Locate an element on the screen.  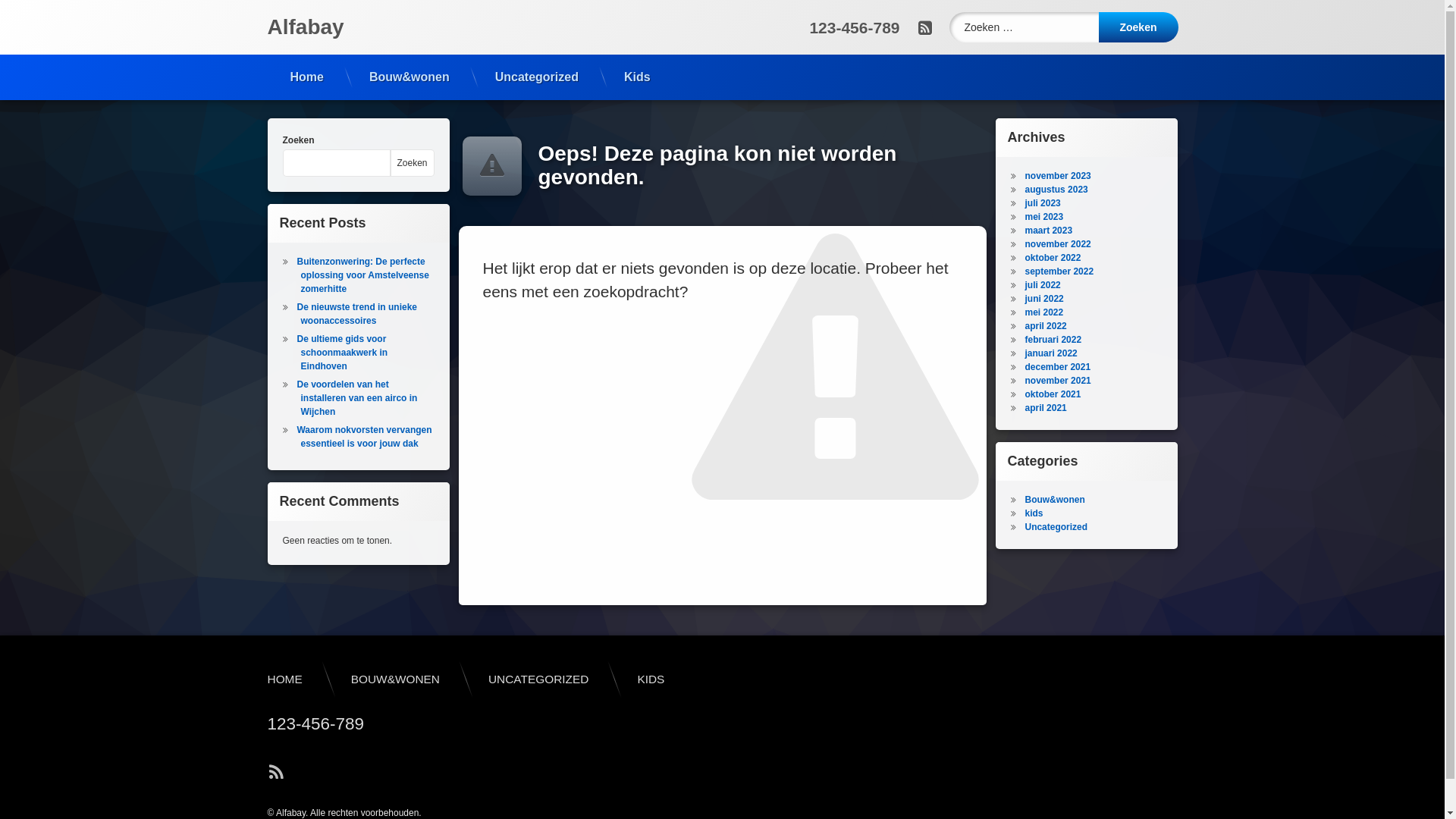
'Home' is located at coordinates (305, 77).